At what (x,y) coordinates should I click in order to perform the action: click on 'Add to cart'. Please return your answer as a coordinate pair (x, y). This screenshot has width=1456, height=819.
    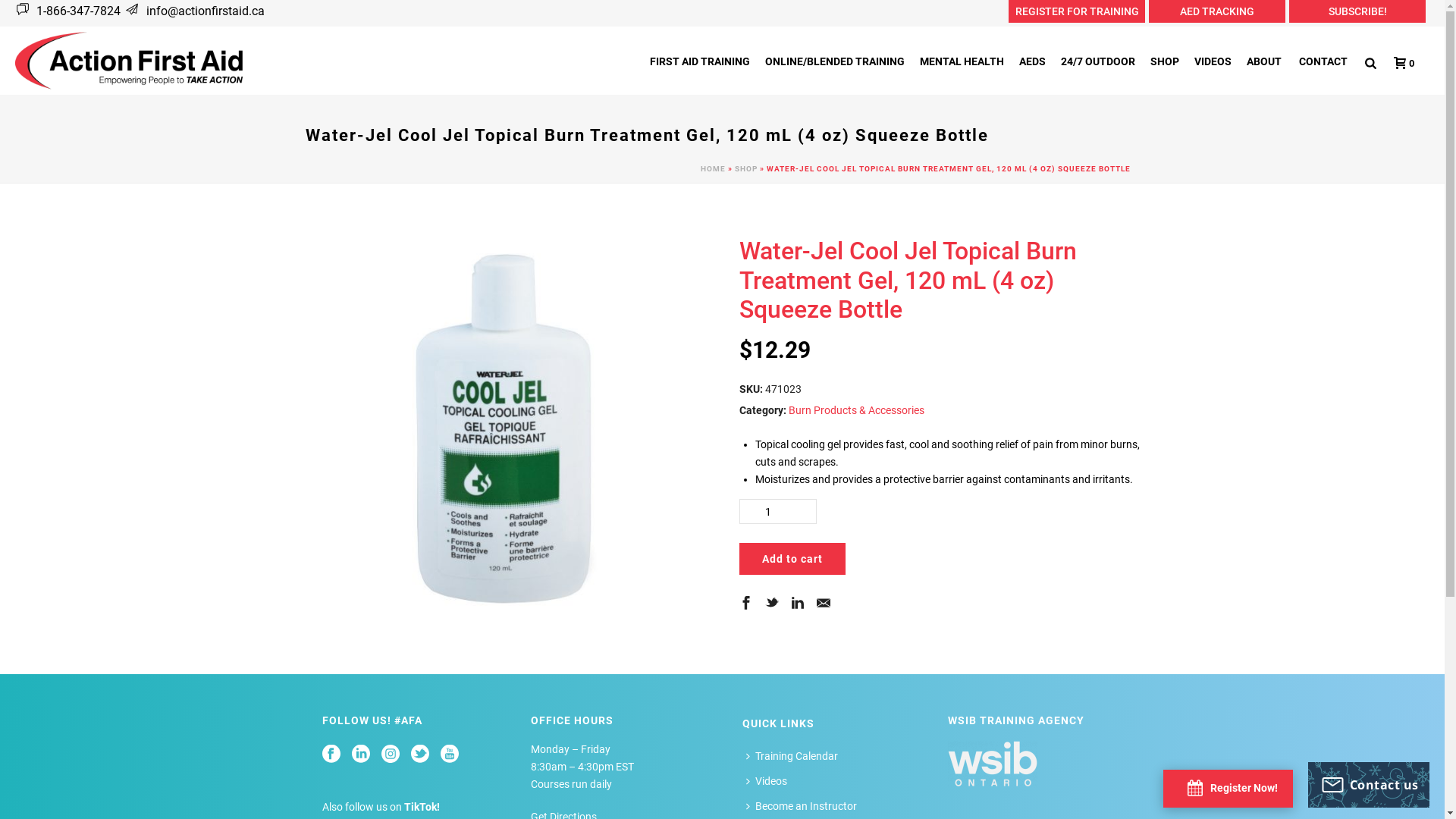
    Looking at the image, I should click on (739, 558).